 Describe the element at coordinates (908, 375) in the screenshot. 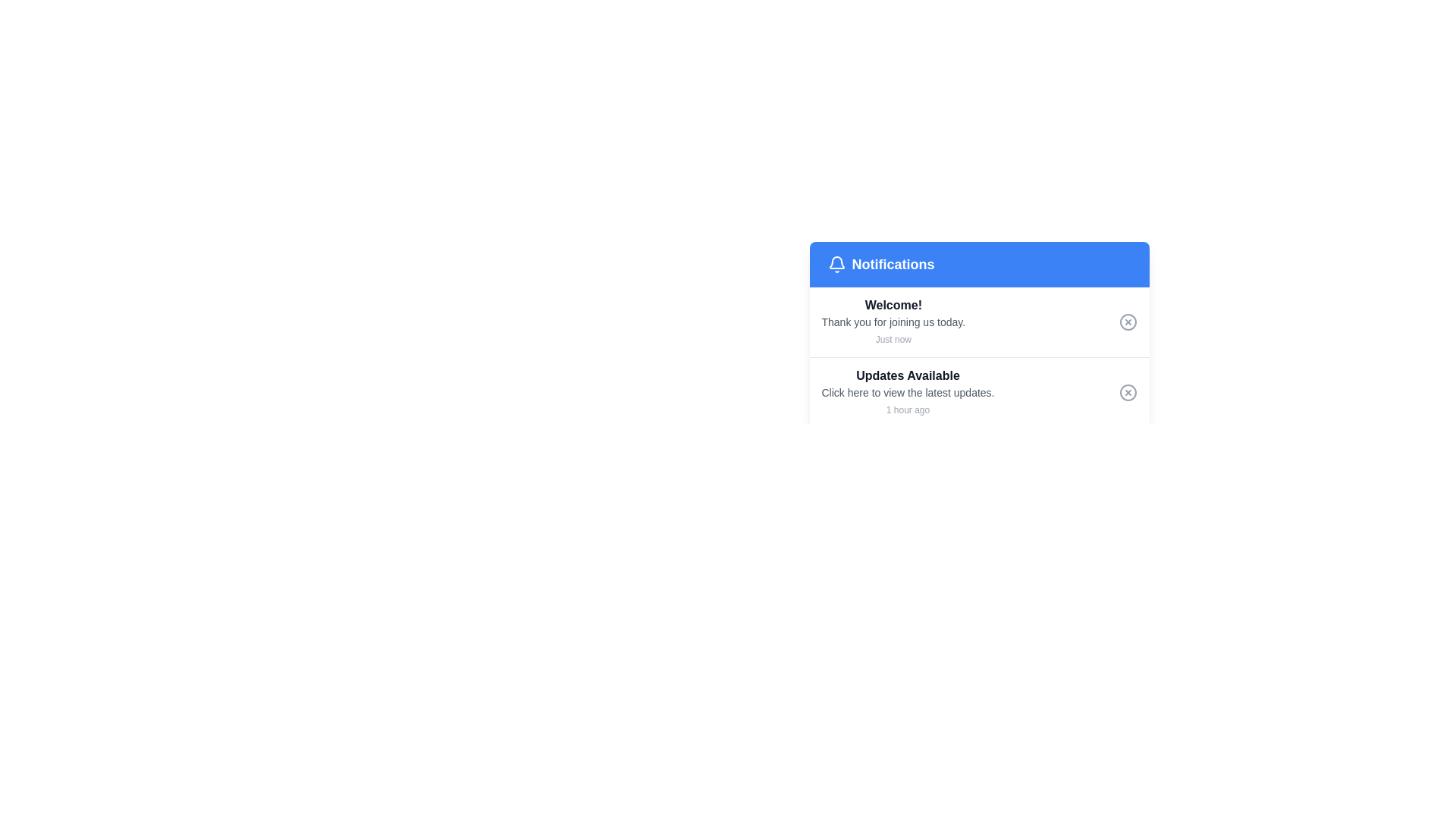

I see `text label indicating the availability of updates, positioned as the first line of the second notification item under the title 'Notifications'` at that location.